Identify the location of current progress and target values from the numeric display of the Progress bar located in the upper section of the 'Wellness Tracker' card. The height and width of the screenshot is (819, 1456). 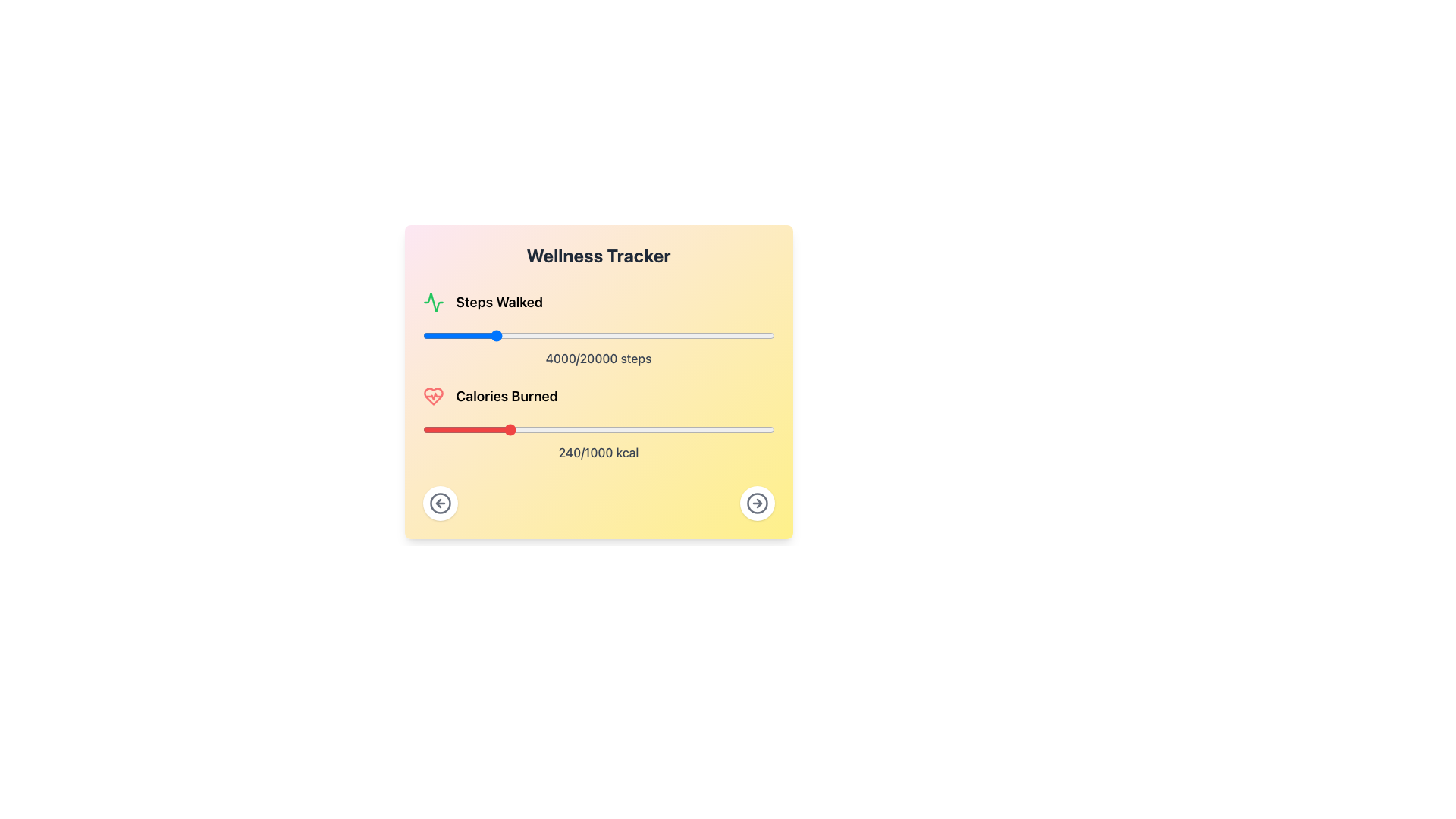
(598, 329).